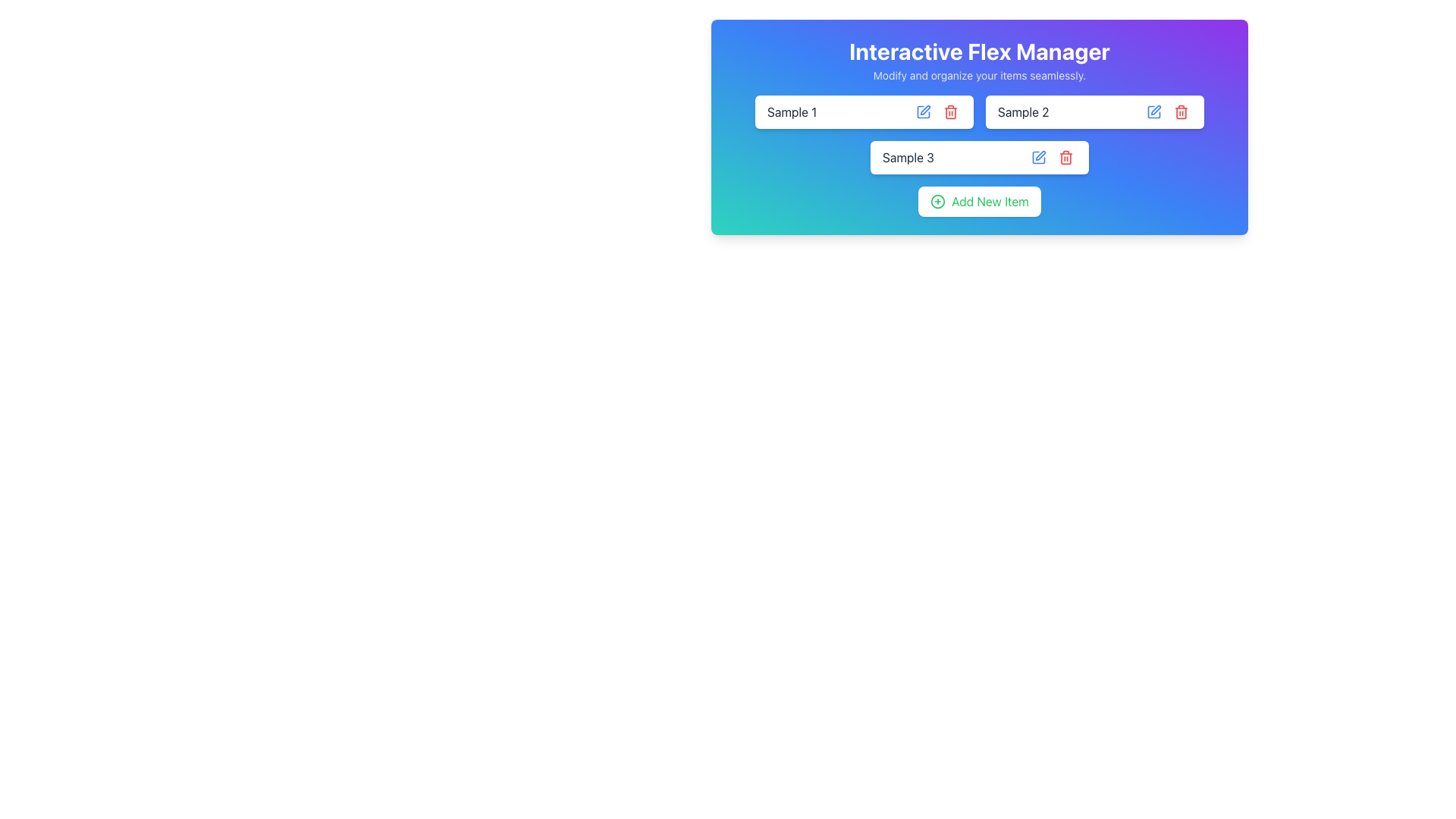  I want to click on the edit icon located to the right of the 'Sample 1' text input, so click(923, 111).